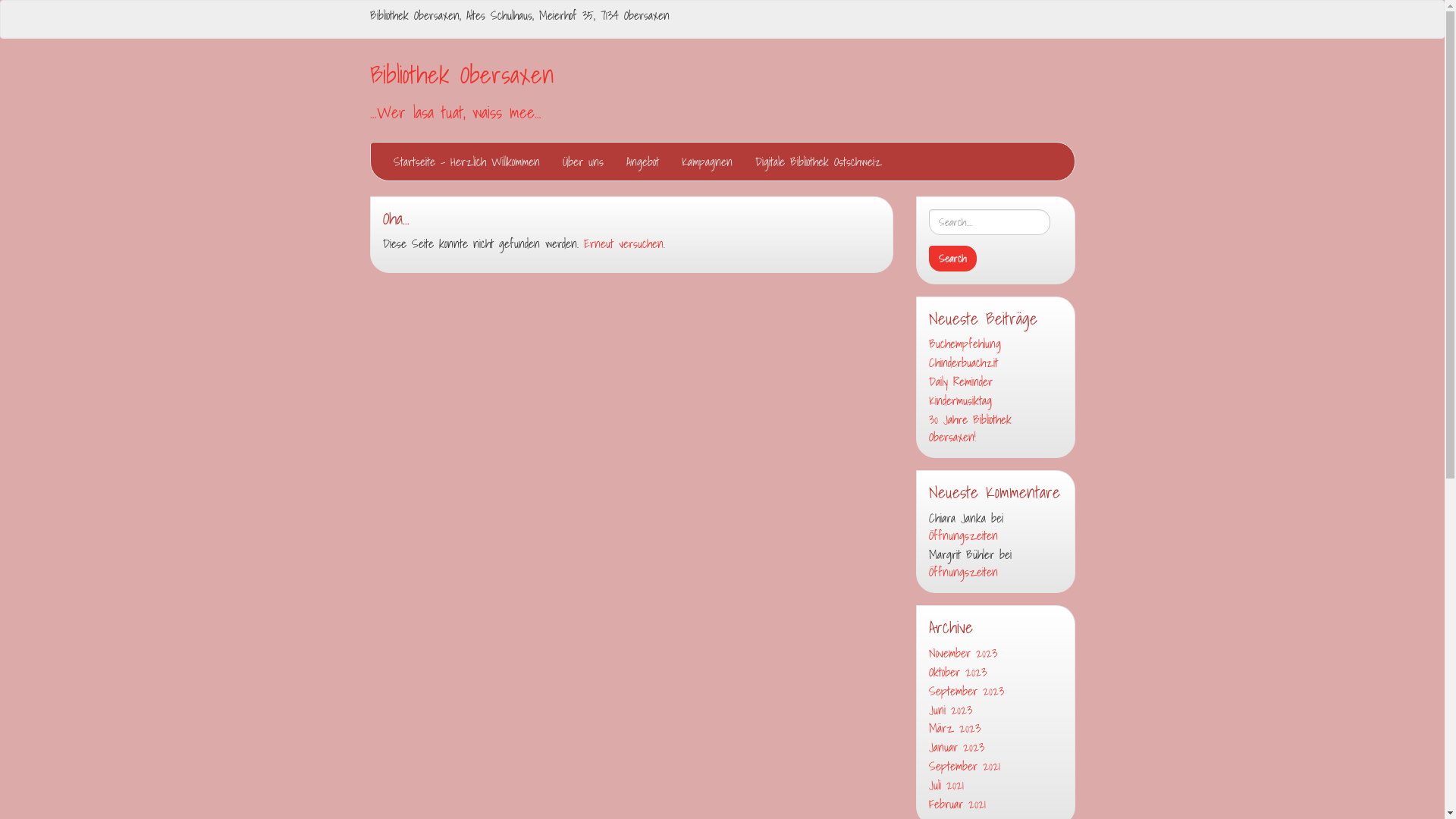  What do you see at coordinates (951, 257) in the screenshot?
I see `'Search'` at bounding box center [951, 257].